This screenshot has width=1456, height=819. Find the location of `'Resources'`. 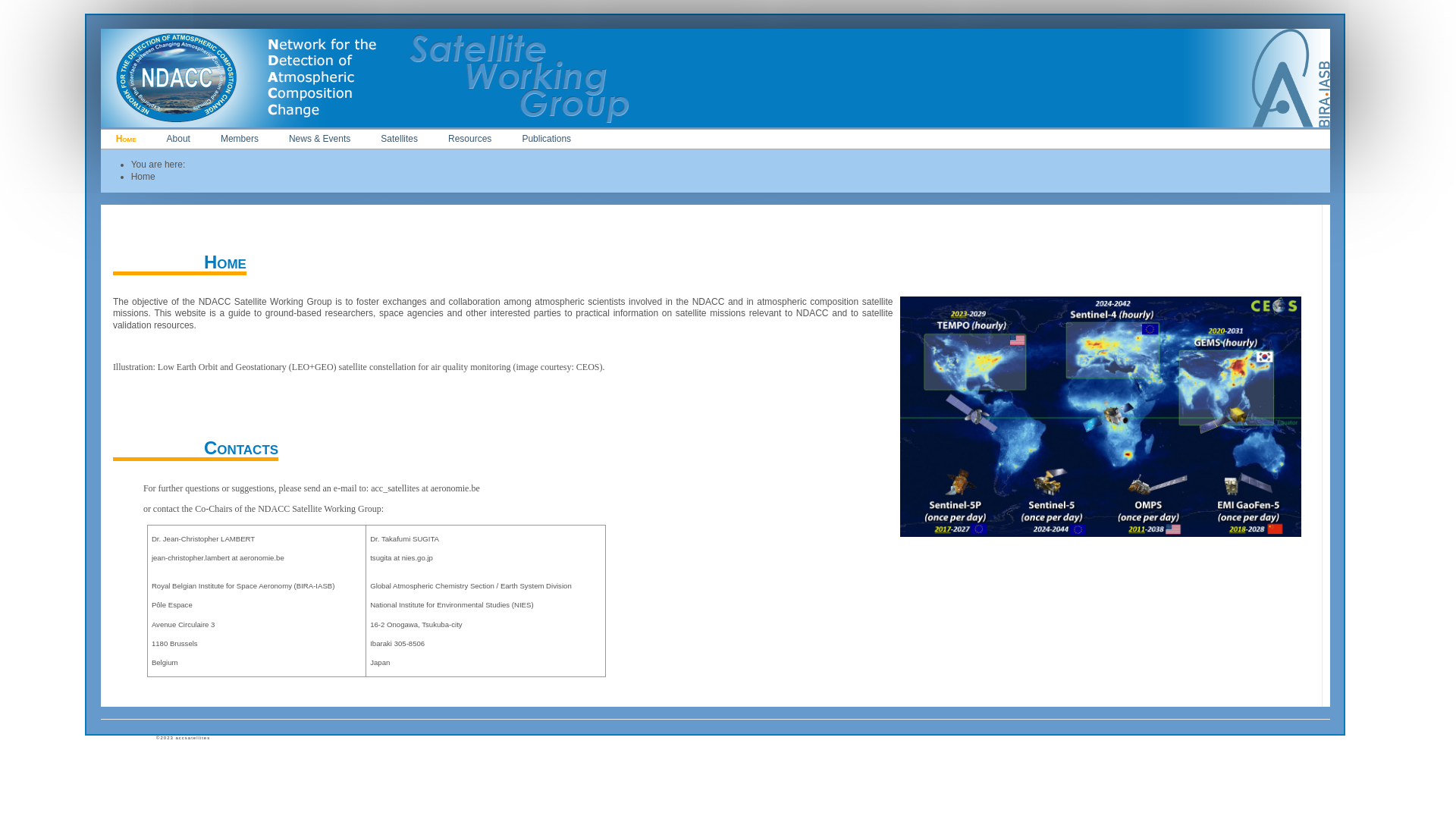

'Resources' is located at coordinates (469, 138).